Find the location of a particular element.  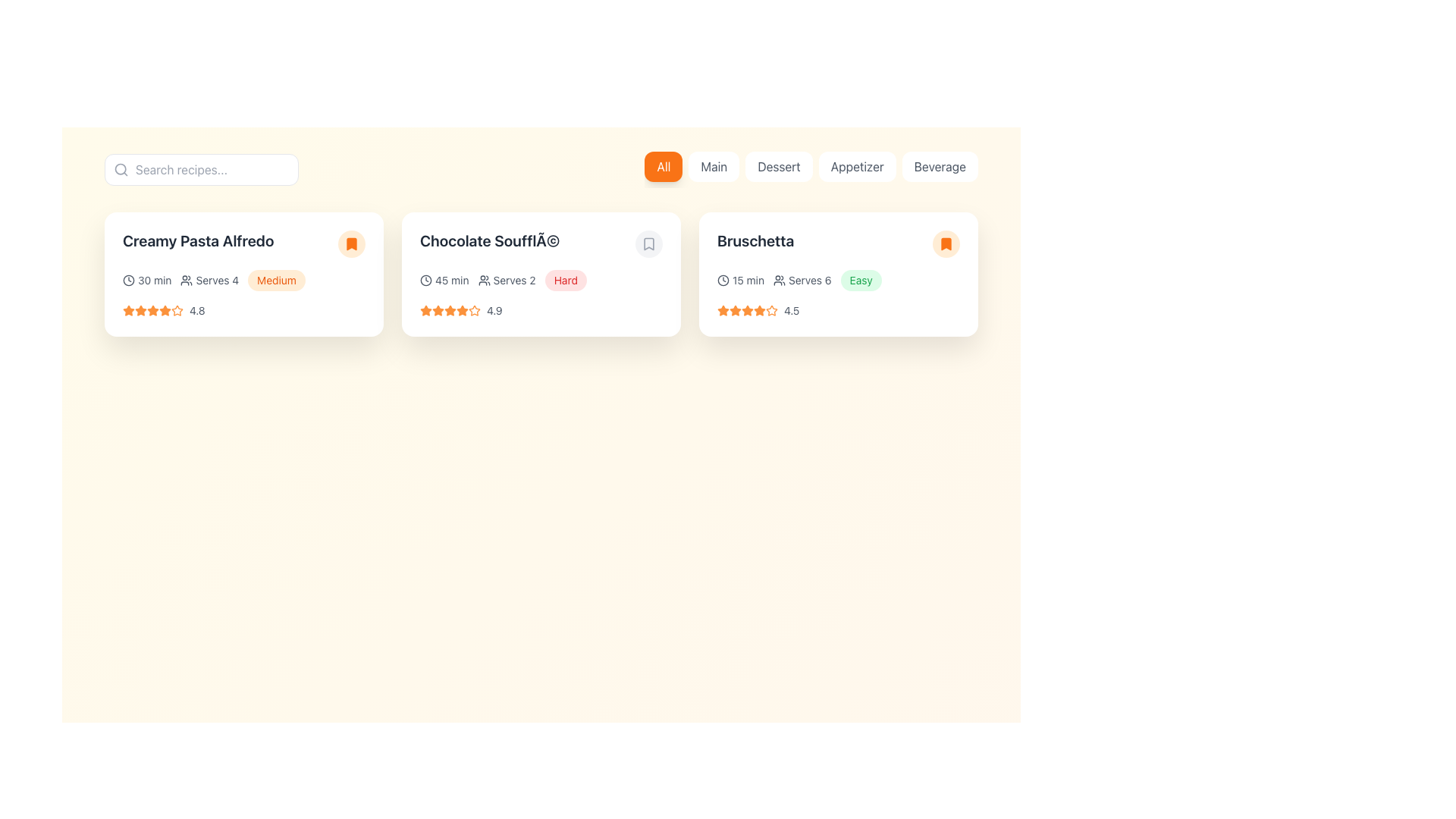

the last star-shaped icon in the rating section for the 'Bruschetta' recipe card is located at coordinates (735, 309).